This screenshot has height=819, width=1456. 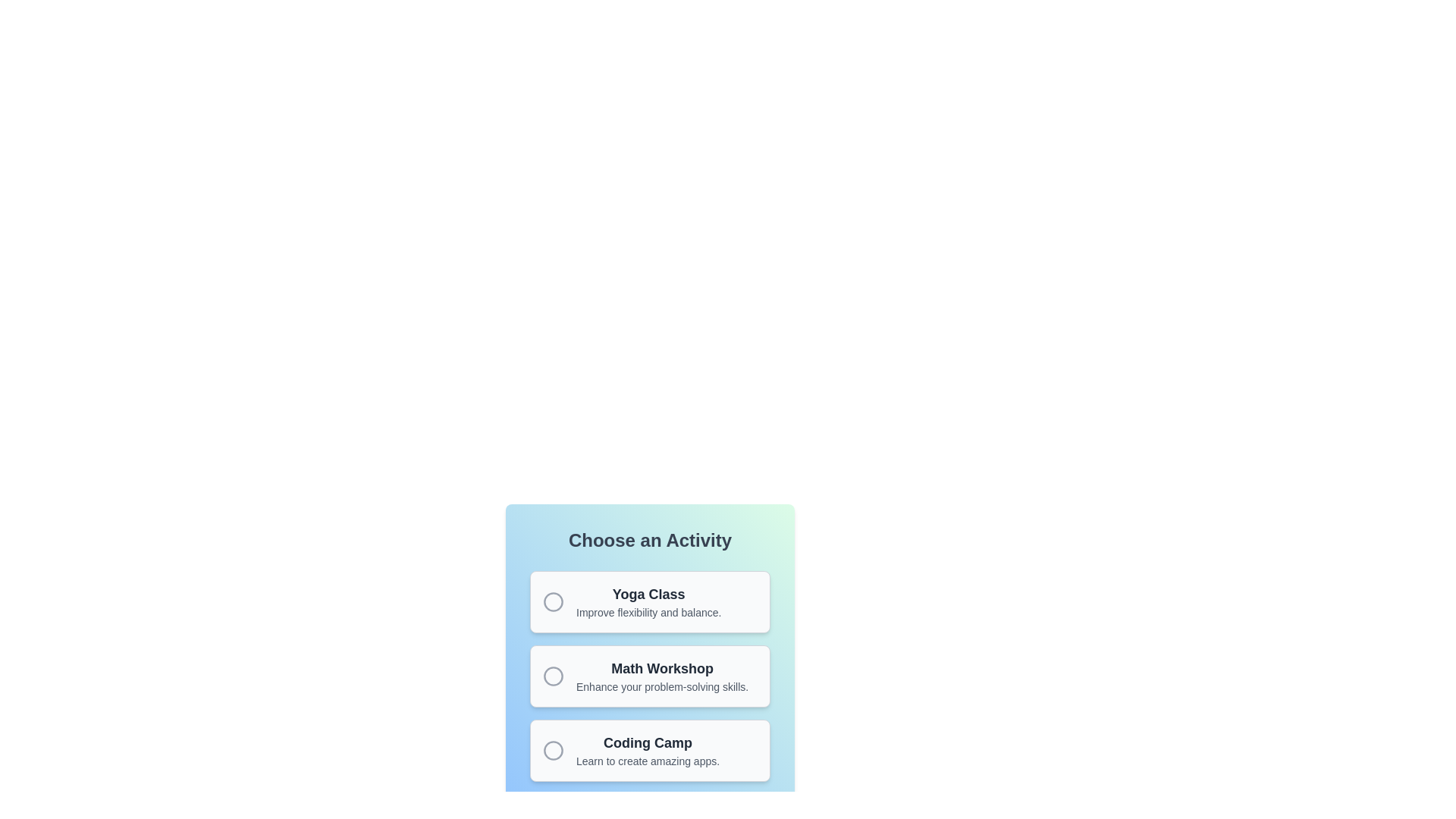 What do you see at coordinates (650, 601) in the screenshot?
I see `the first list item labeled 'Yoga Class' with a light-gray background, featuring a circular icon and two lines of text` at bounding box center [650, 601].